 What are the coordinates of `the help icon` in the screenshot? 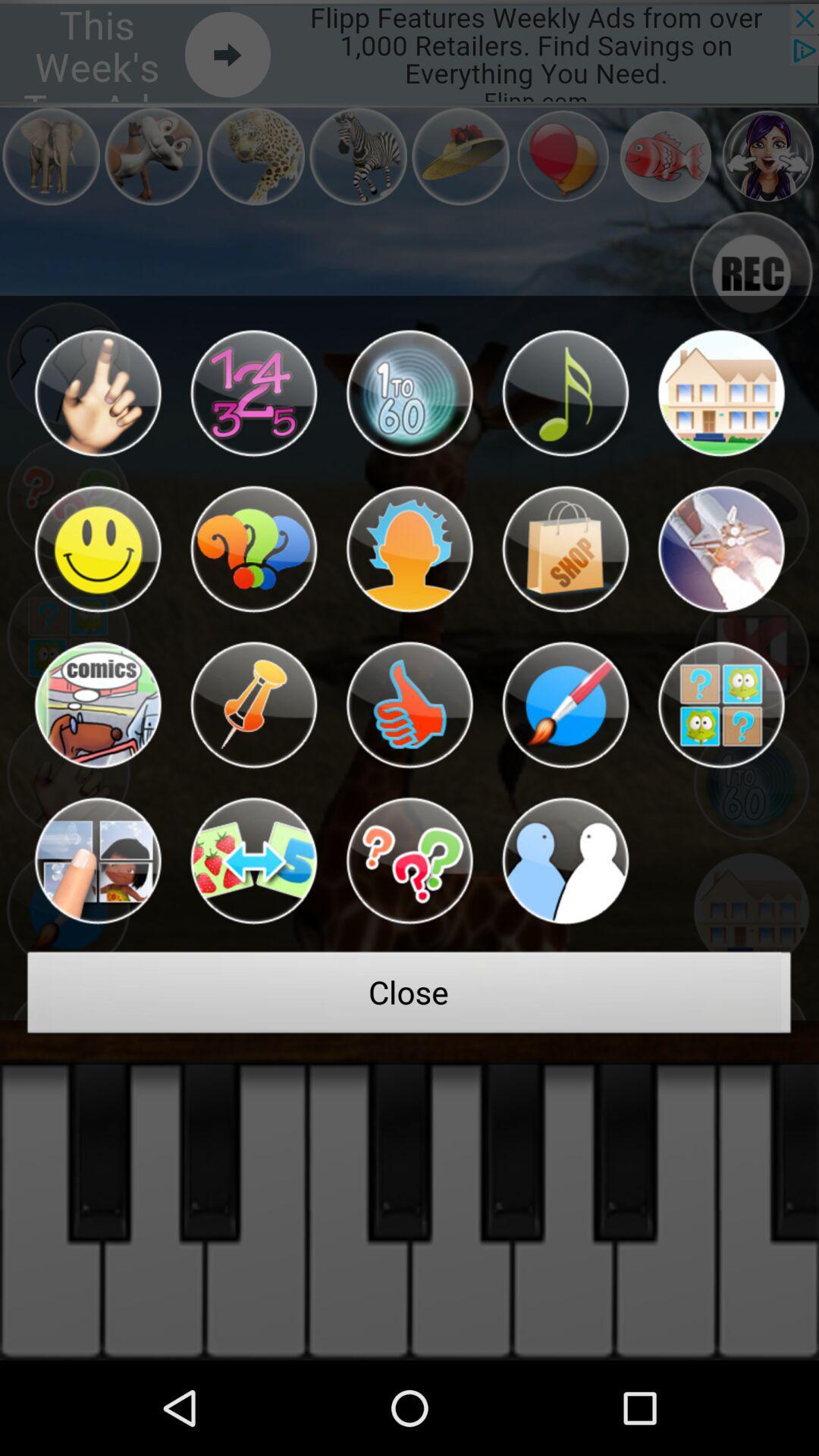 It's located at (409, 921).